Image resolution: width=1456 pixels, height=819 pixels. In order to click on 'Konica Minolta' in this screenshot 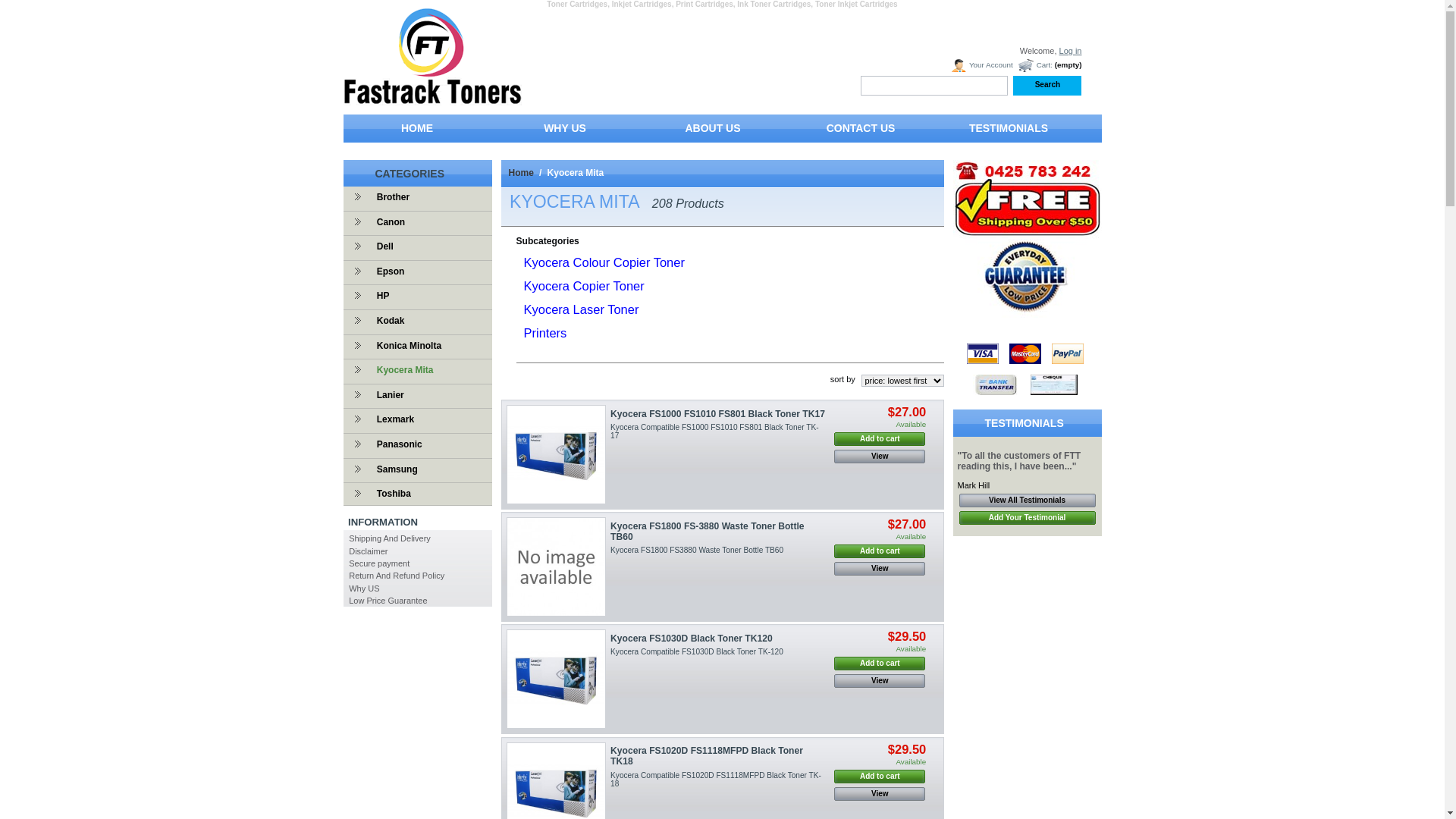, I will do `click(405, 345)`.